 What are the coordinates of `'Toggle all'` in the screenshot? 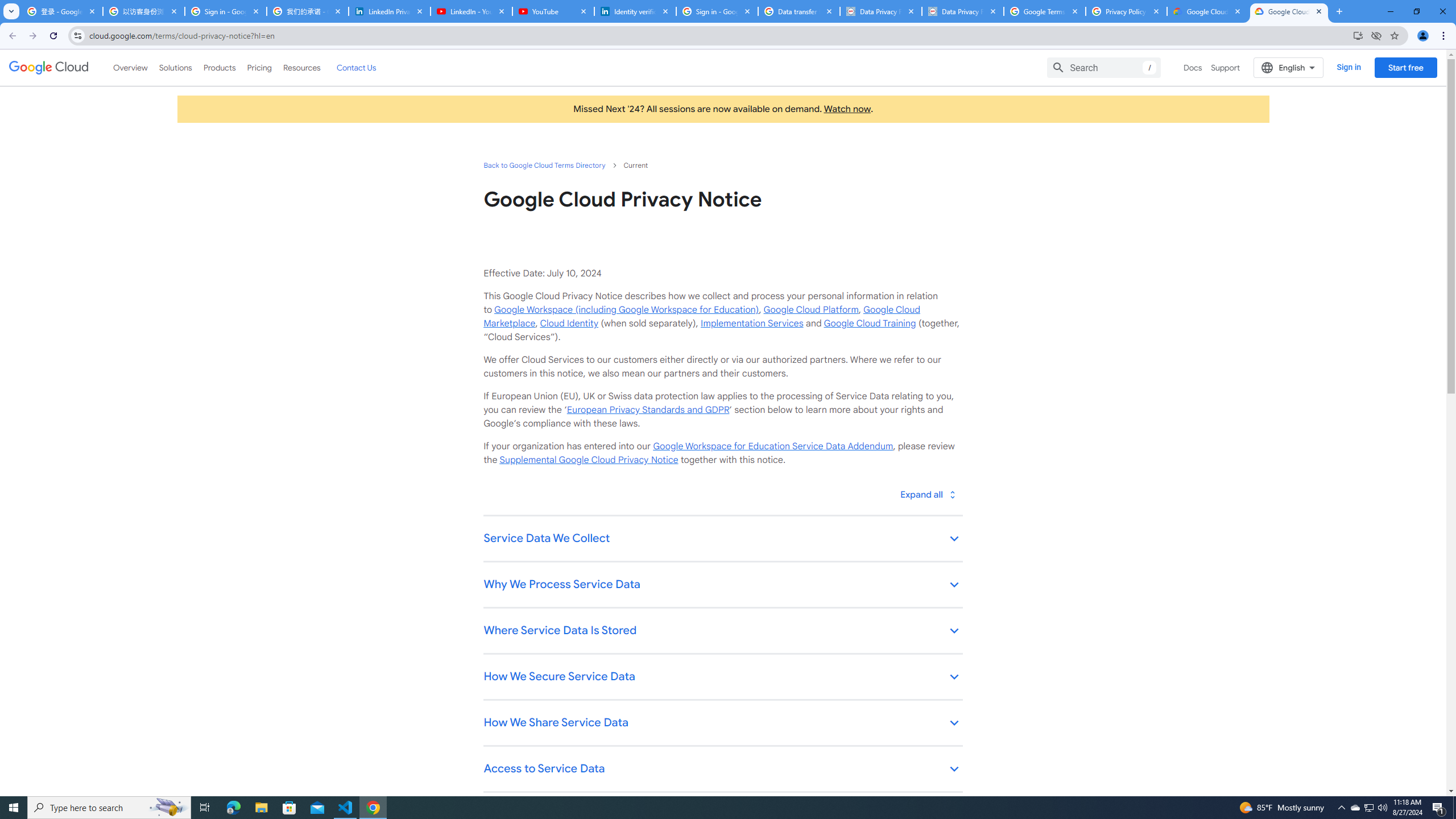 It's located at (927, 494).